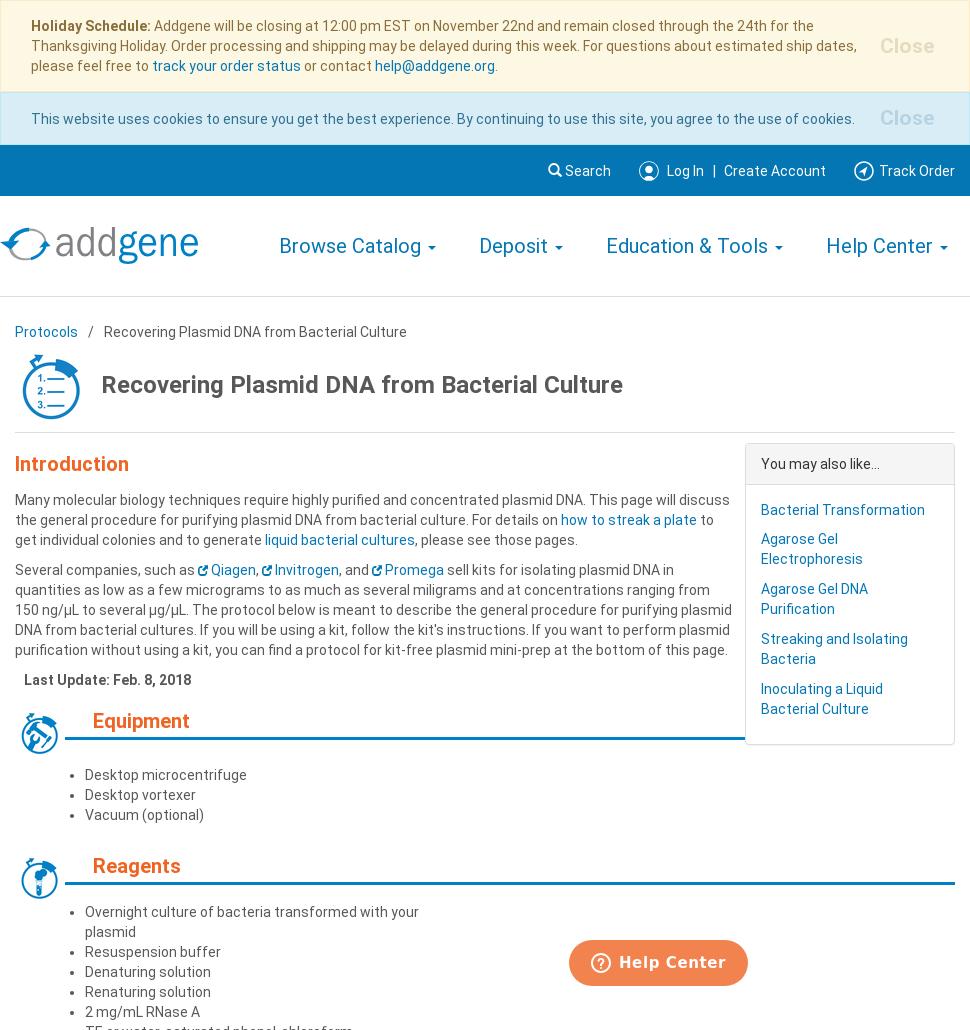  Describe the element at coordinates (251, 921) in the screenshot. I see `'Overnight culture of bacteria transformed with your plasmid'` at that location.